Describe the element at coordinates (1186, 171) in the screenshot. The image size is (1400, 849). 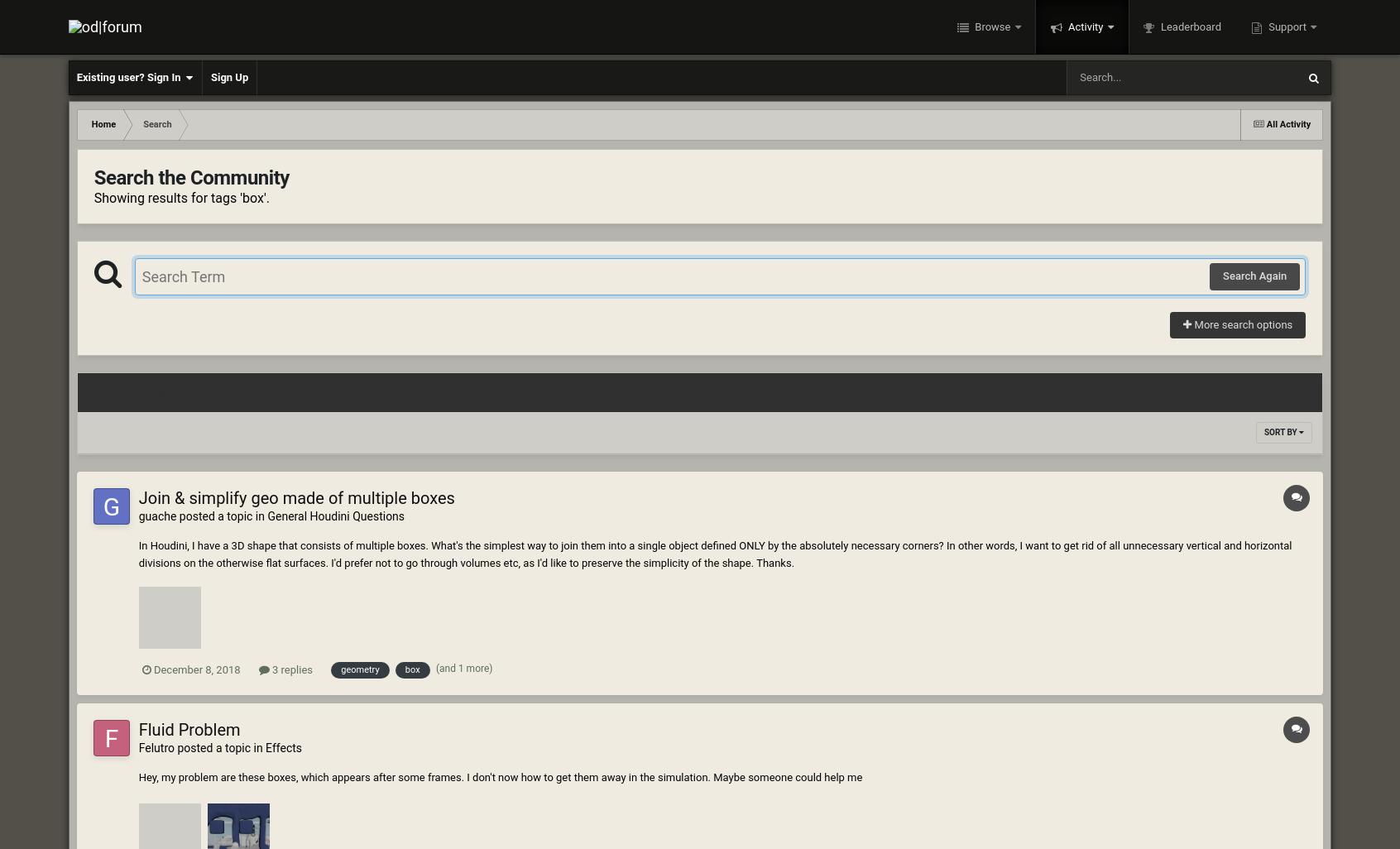
I see `'Topics'` at that location.